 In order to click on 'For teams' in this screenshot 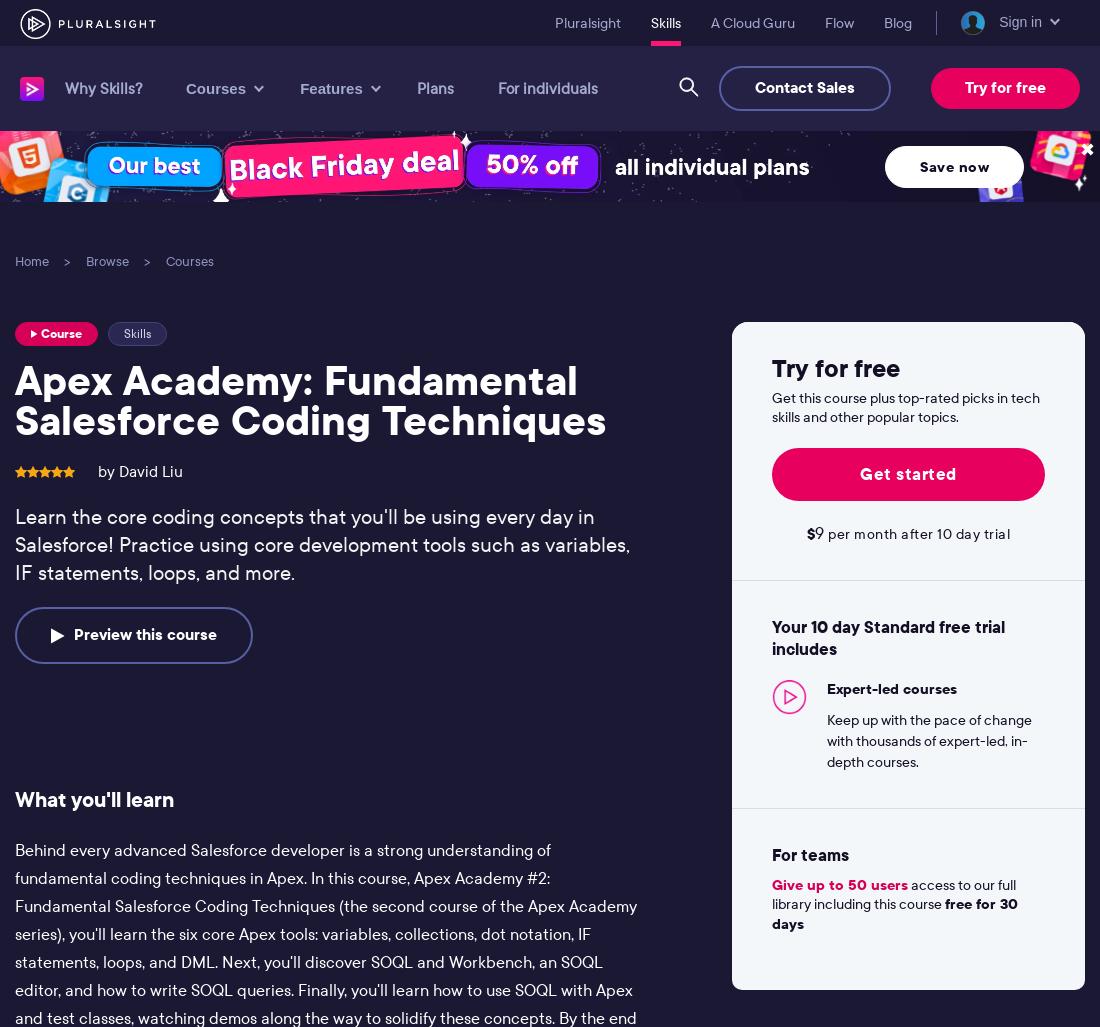, I will do `click(809, 853)`.